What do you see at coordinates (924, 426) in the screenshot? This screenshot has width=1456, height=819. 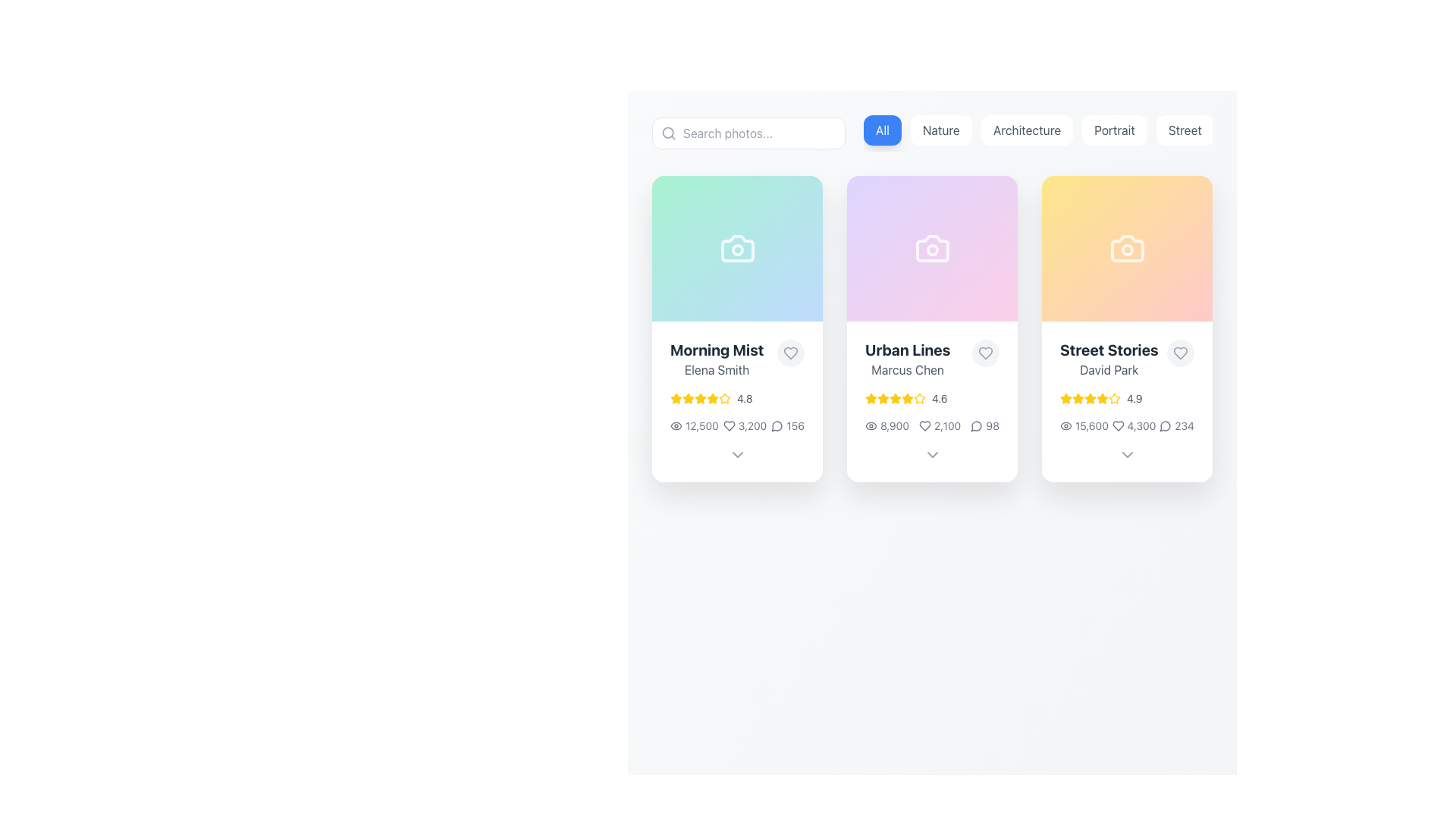 I see `the heart icon located within the 'Urban Lines' card` at bounding box center [924, 426].